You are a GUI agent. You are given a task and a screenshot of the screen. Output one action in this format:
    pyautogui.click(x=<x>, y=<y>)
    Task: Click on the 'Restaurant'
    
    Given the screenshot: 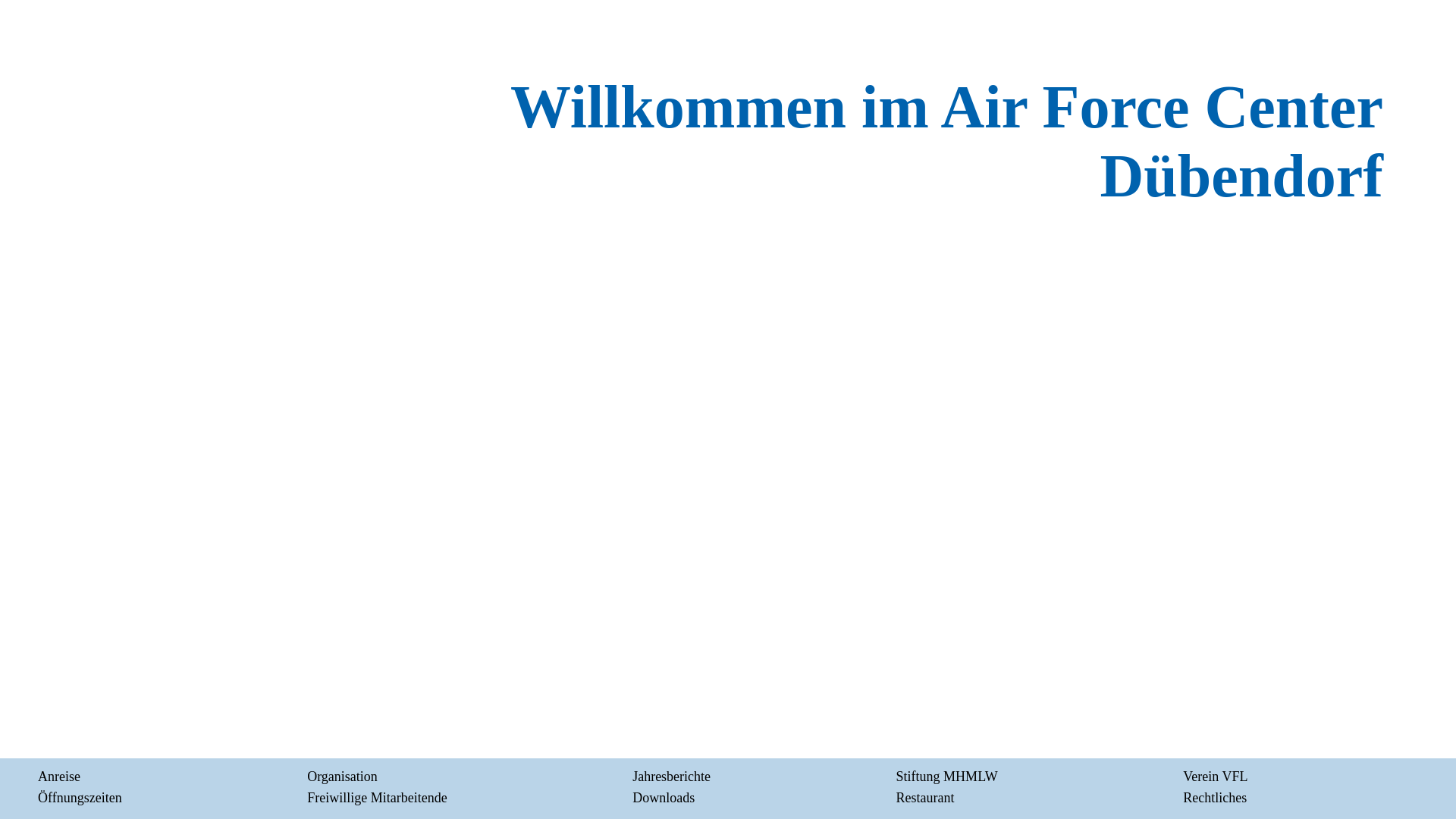 What is the action you would take?
    pyautogui.click(x=924, y=797)
    